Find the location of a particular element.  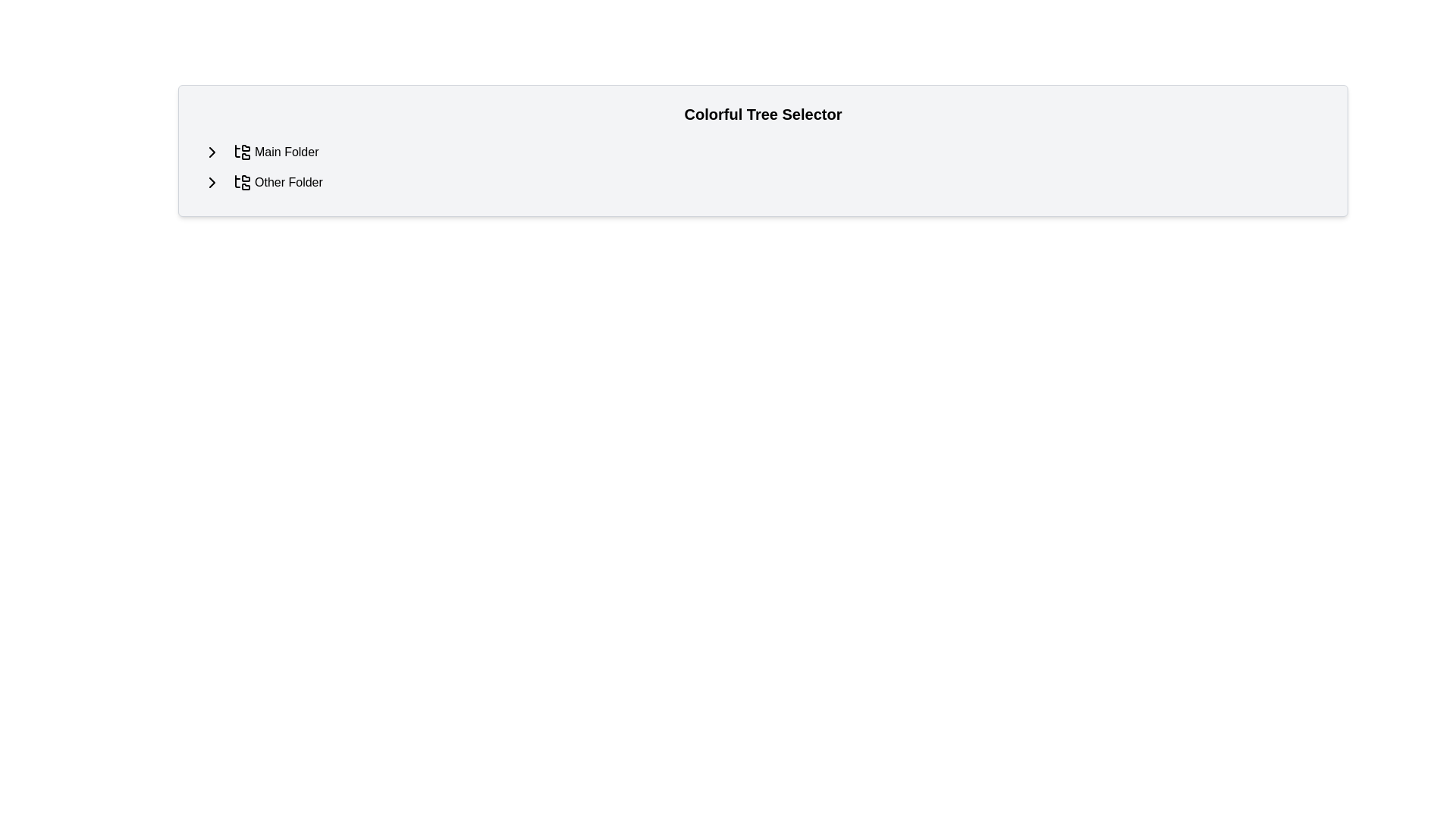

the text header labeled 'Colorful Tree Selector', which is prominently displayed in bold, large font at the top of the section is located at coordinates (763, 113).